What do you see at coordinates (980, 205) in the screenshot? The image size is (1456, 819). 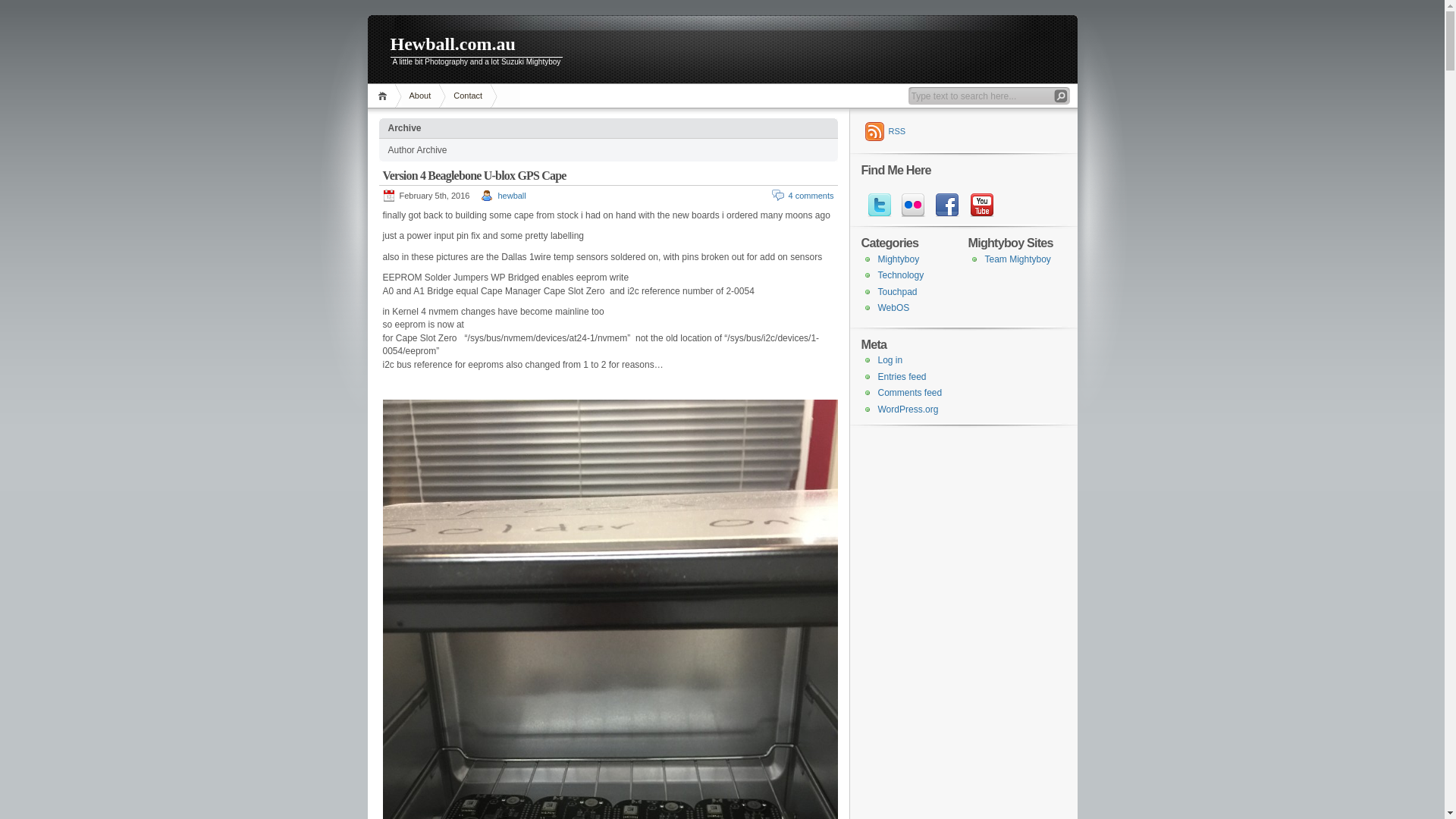 I see `'youtube'` at bounding box center [980, 205].